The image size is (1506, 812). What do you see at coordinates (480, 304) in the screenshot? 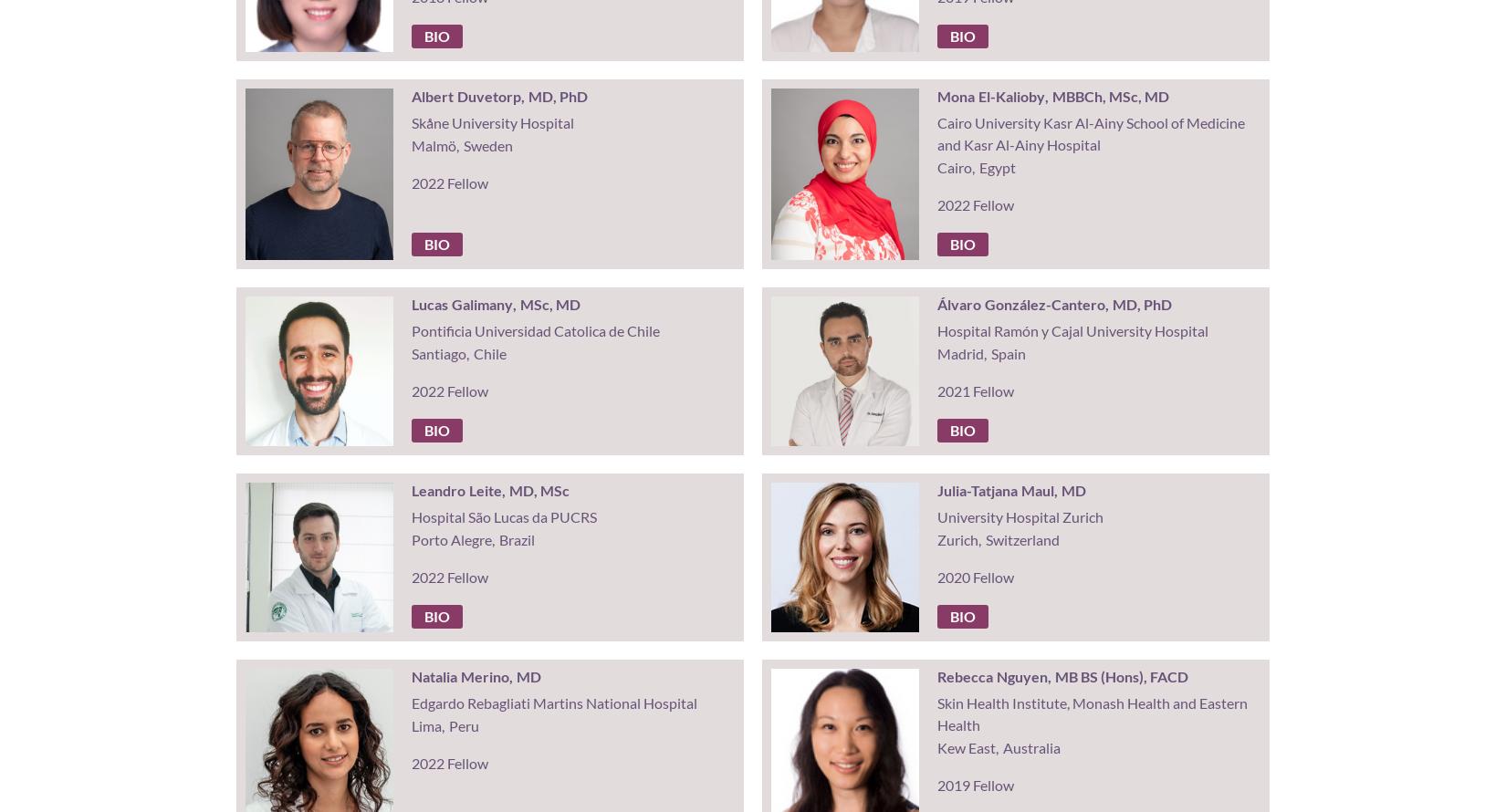
I see `'Galimany'` at bounding box center [480, 304].